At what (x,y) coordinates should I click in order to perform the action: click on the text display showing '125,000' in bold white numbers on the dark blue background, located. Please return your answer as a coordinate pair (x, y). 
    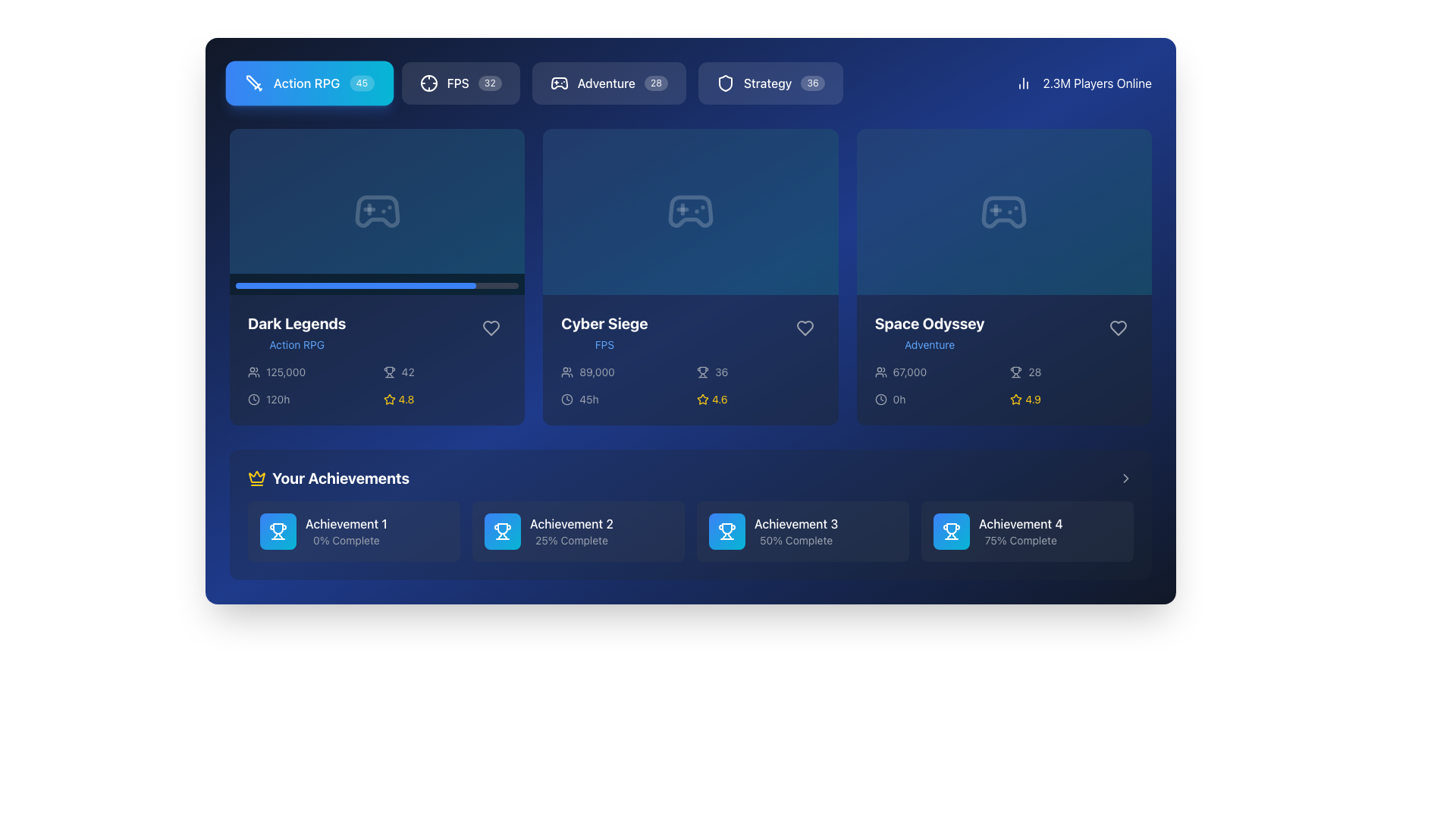
    Looking at the image, I should click on (286, 372).